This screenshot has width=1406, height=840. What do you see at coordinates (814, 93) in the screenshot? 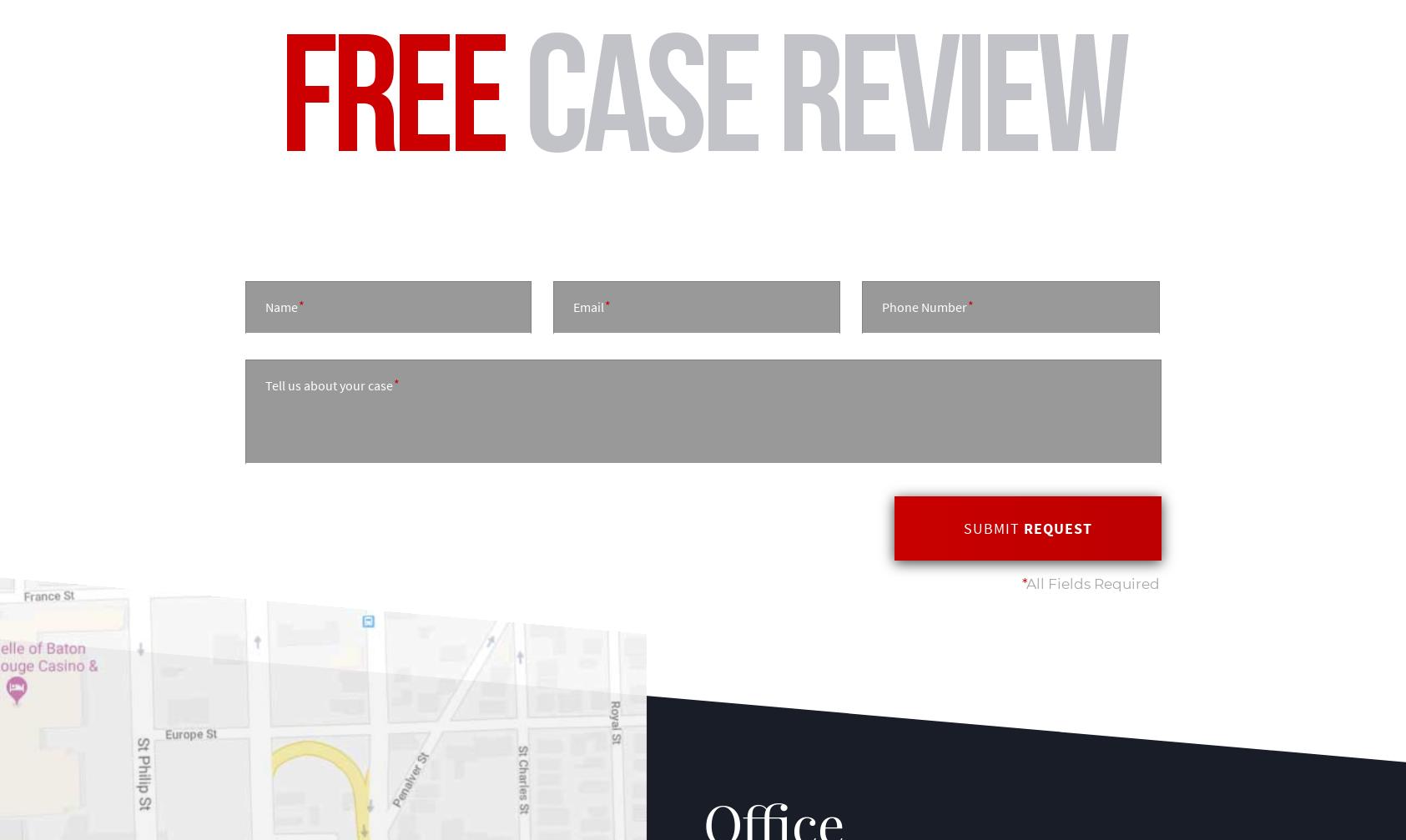
I see `'case Review'` at bounding box center [814, 93].